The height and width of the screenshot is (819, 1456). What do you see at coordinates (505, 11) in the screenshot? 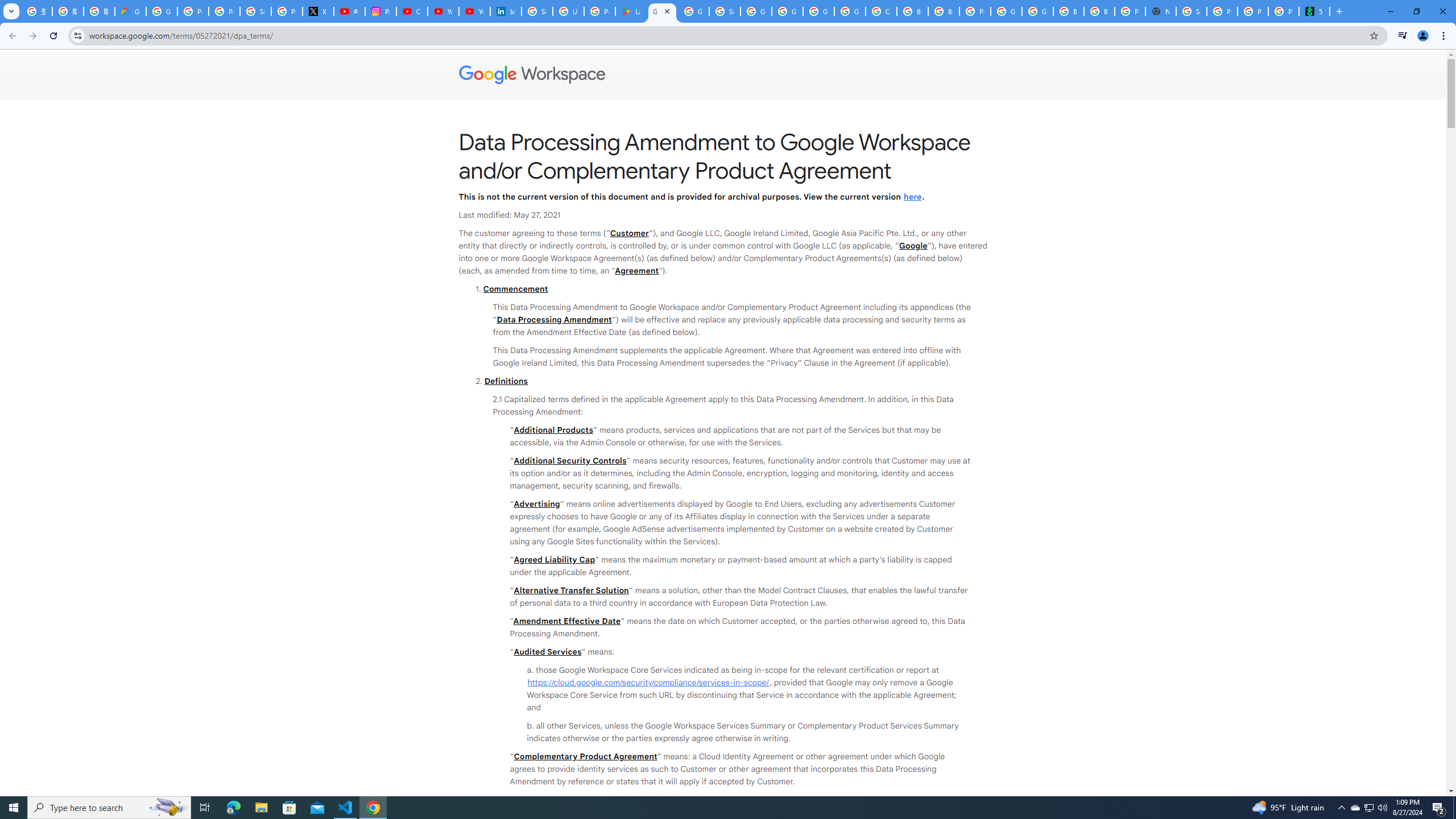
I see `'Identity verification via Persona | LinkedIn Help'` at bounding box center [505, 11].